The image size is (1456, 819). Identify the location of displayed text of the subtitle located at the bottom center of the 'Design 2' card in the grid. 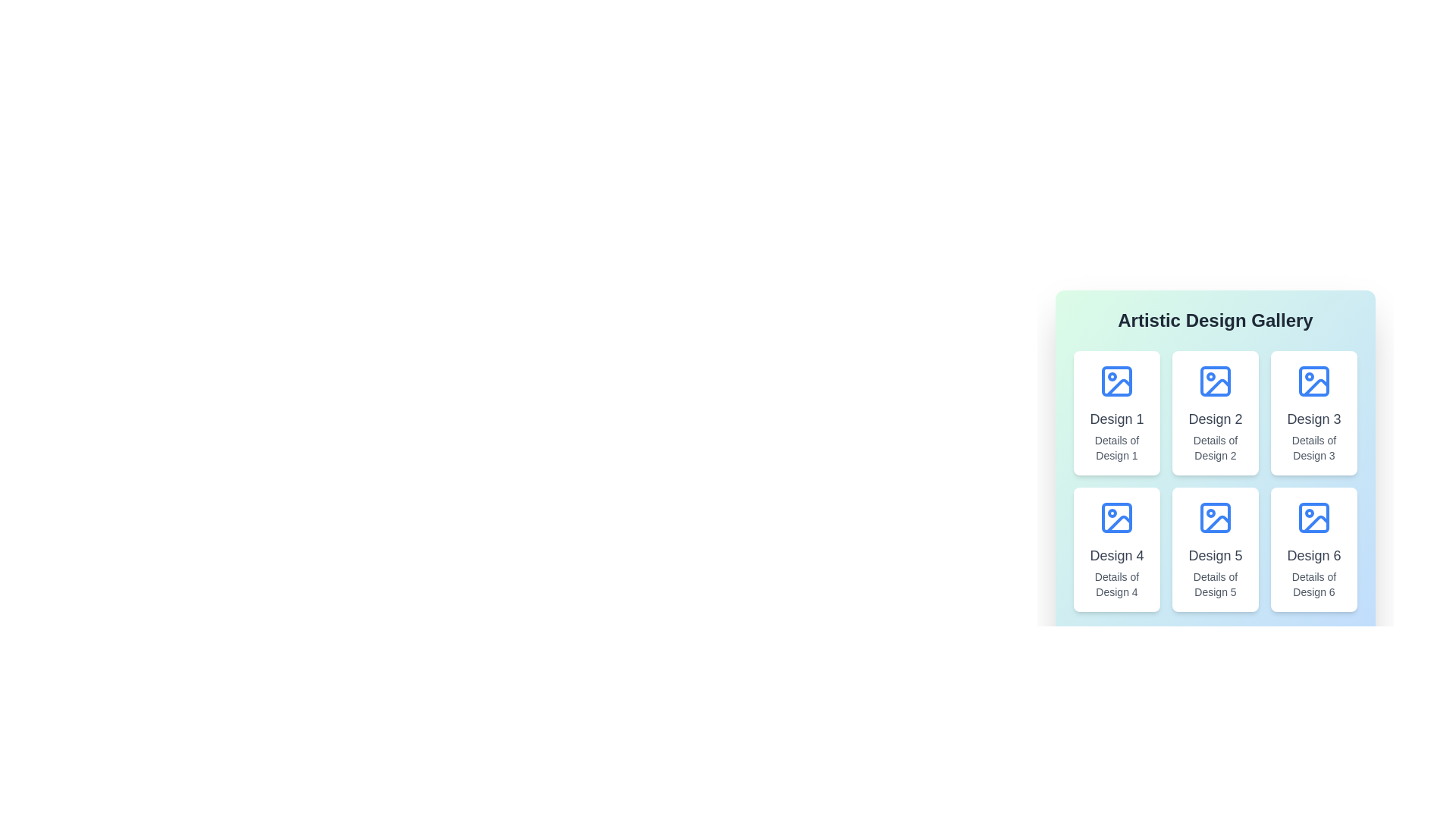
(1216, 447).